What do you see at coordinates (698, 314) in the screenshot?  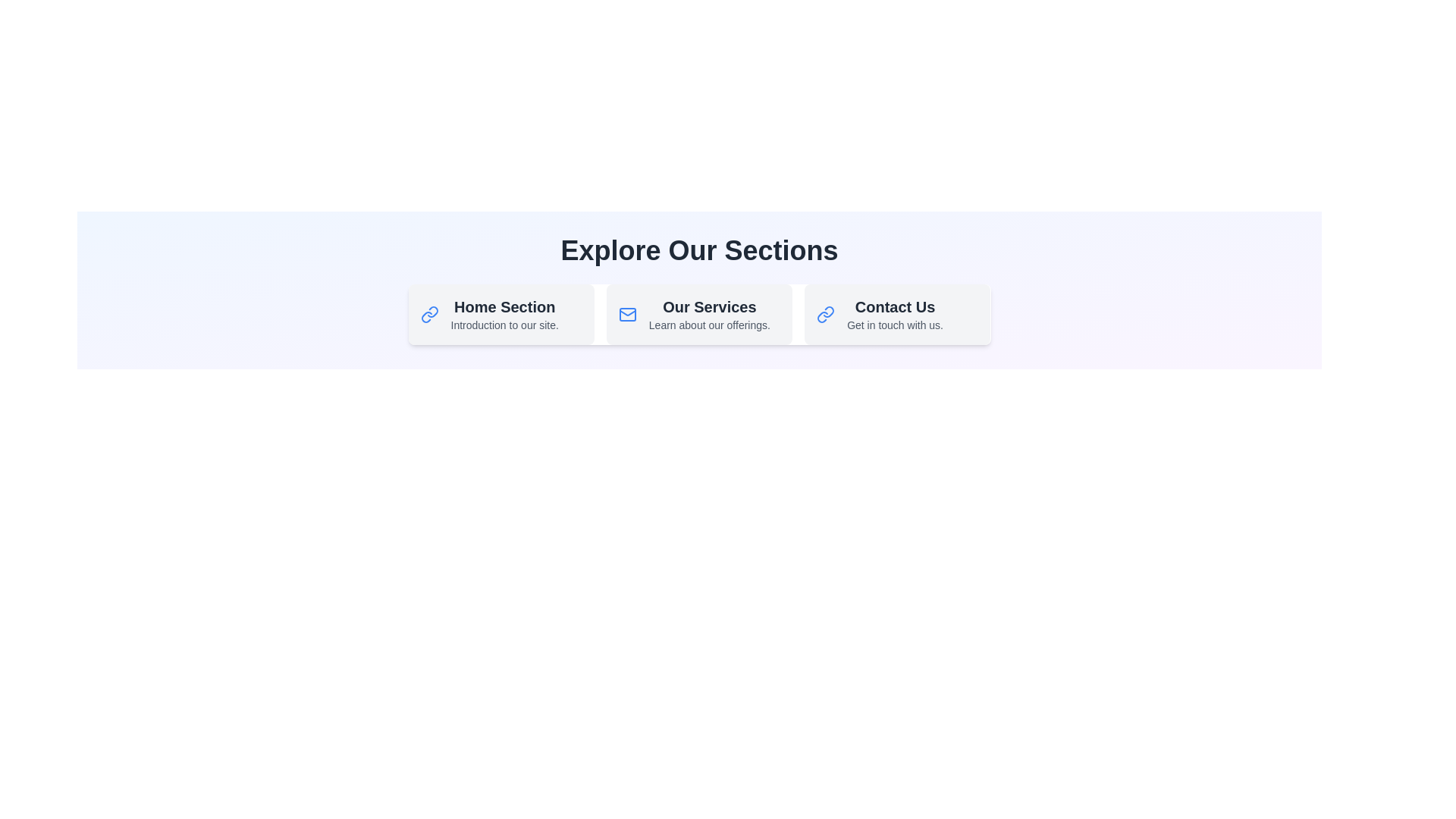 I see `text in the informational card titled 'Our Services', which includes the header and detail text` at bounding box center [698, 314].